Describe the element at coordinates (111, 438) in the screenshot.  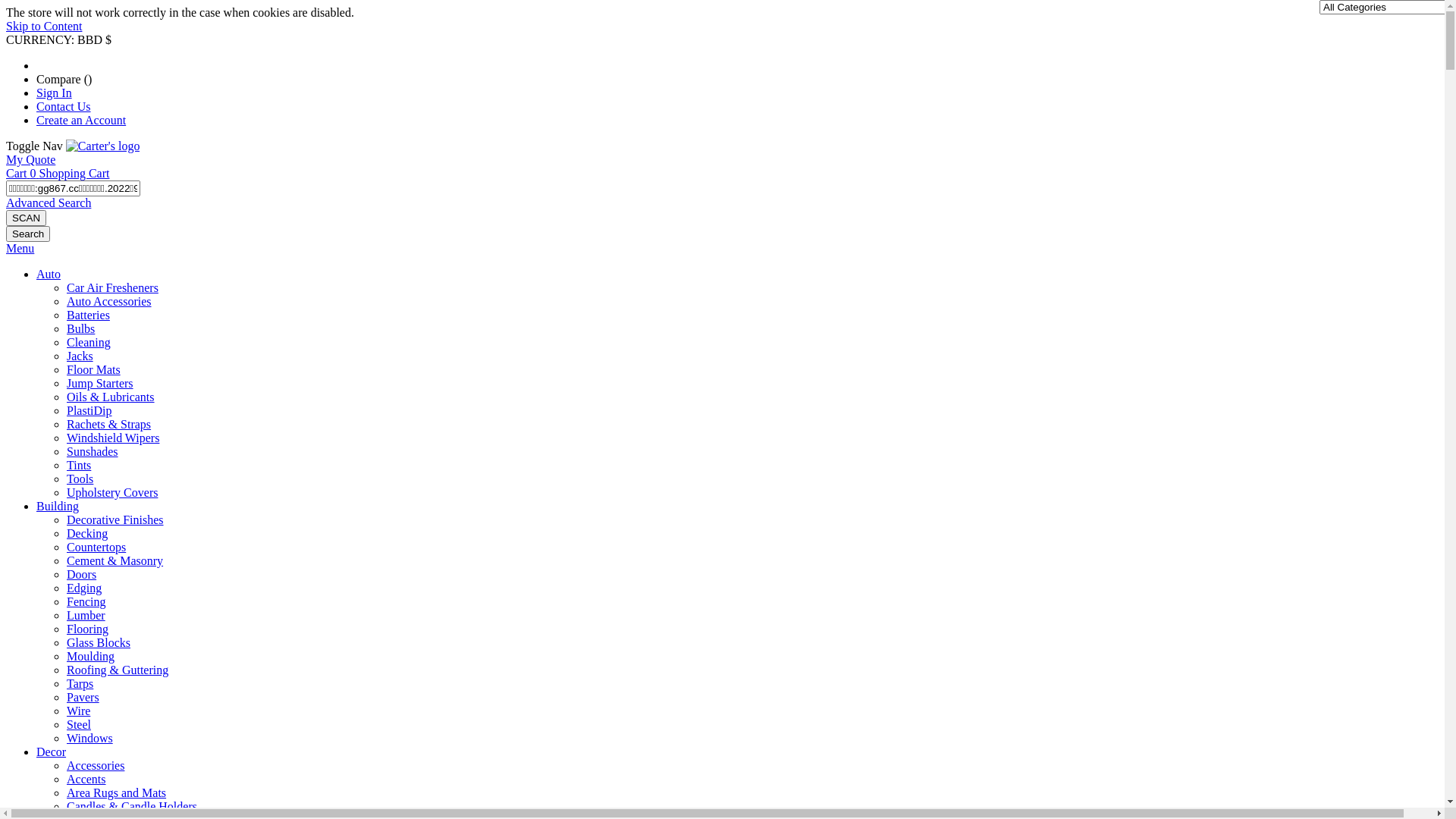
I see `'Windshield Wipers'` at that location.